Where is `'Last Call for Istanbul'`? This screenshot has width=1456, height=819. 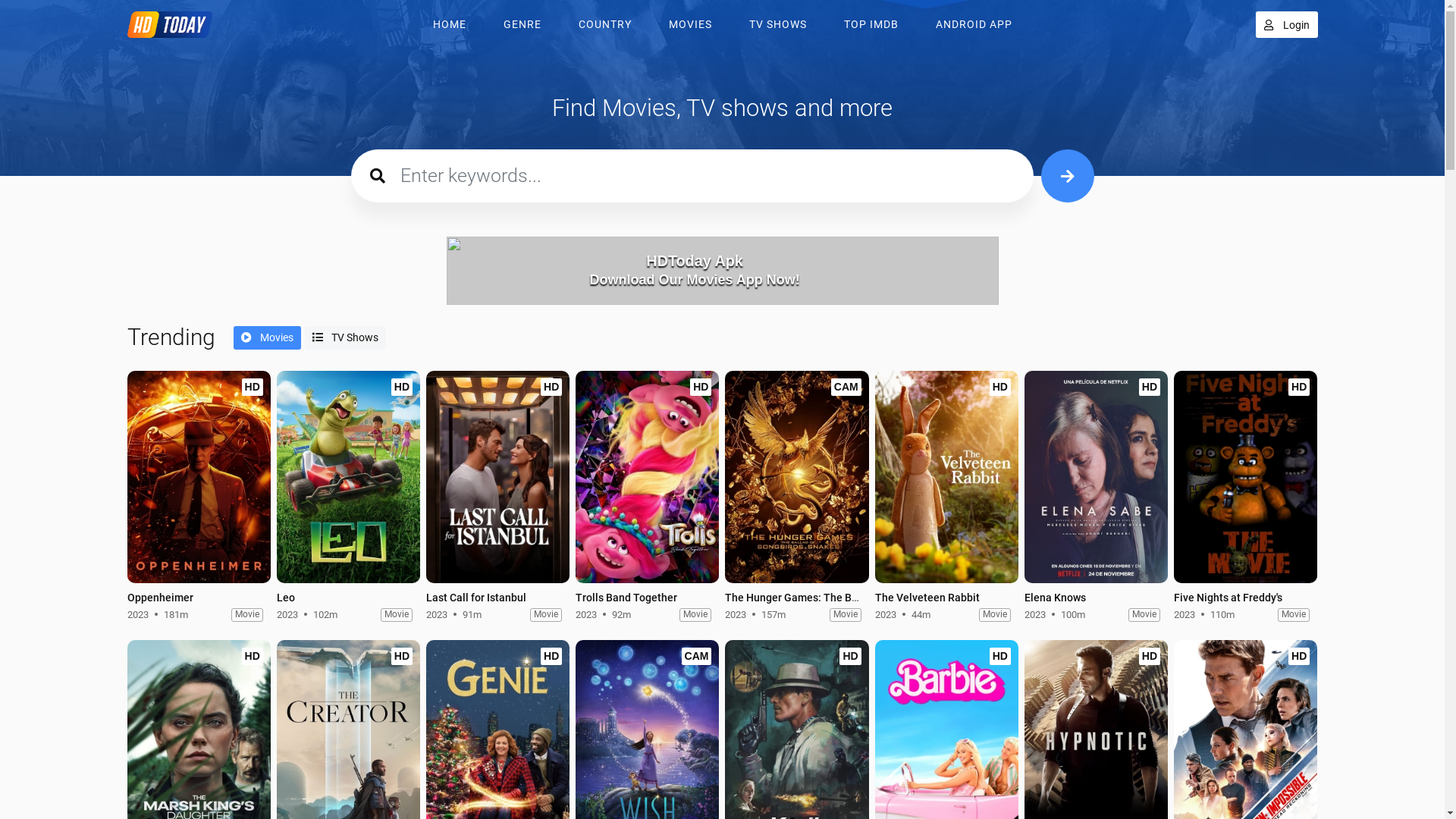
'Last Call for Istanbul' is located at coordinates (425, 479).